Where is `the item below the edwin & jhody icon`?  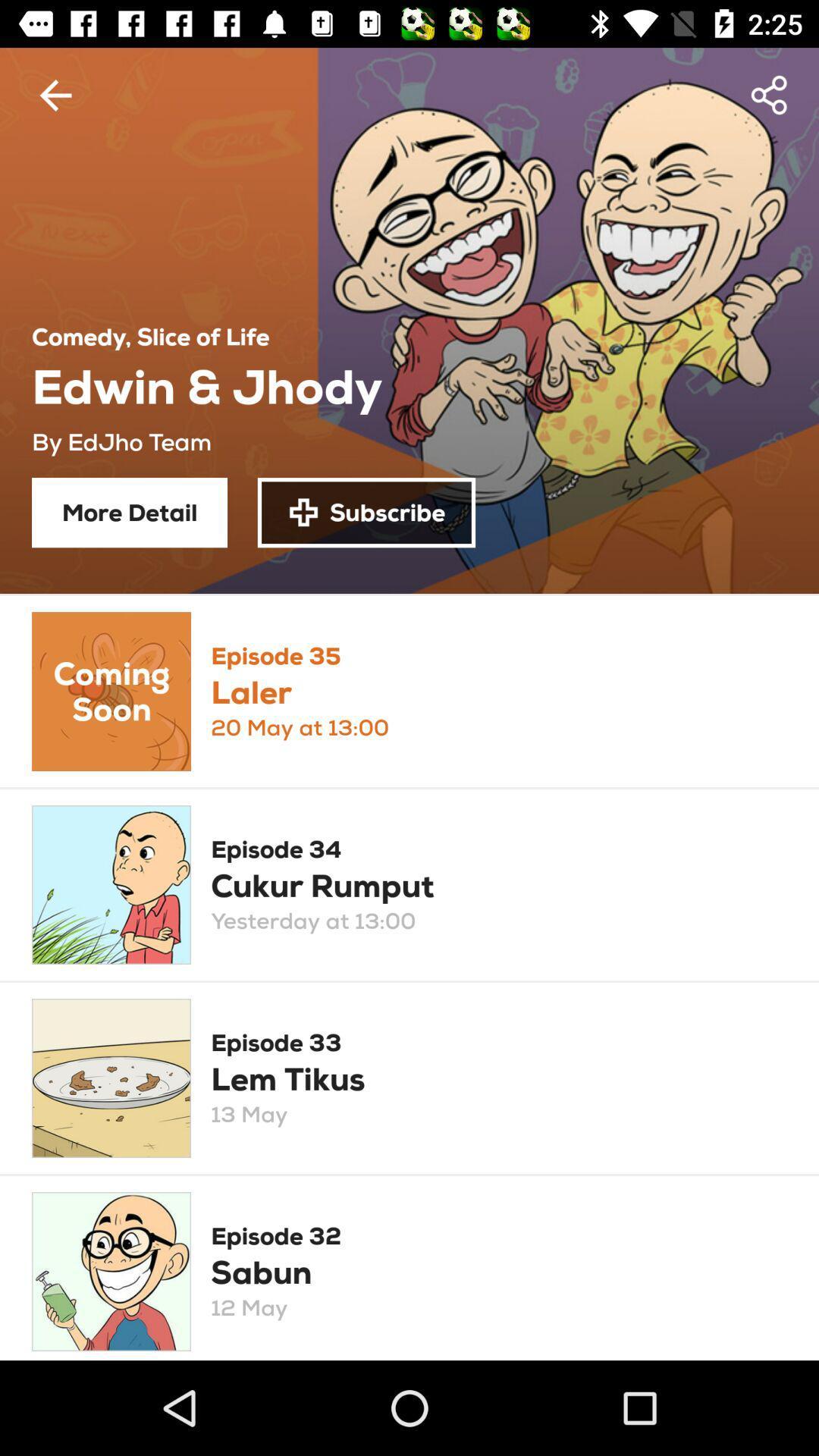 the item below the edwin & jhody icon is located at coordinates (366, 513).